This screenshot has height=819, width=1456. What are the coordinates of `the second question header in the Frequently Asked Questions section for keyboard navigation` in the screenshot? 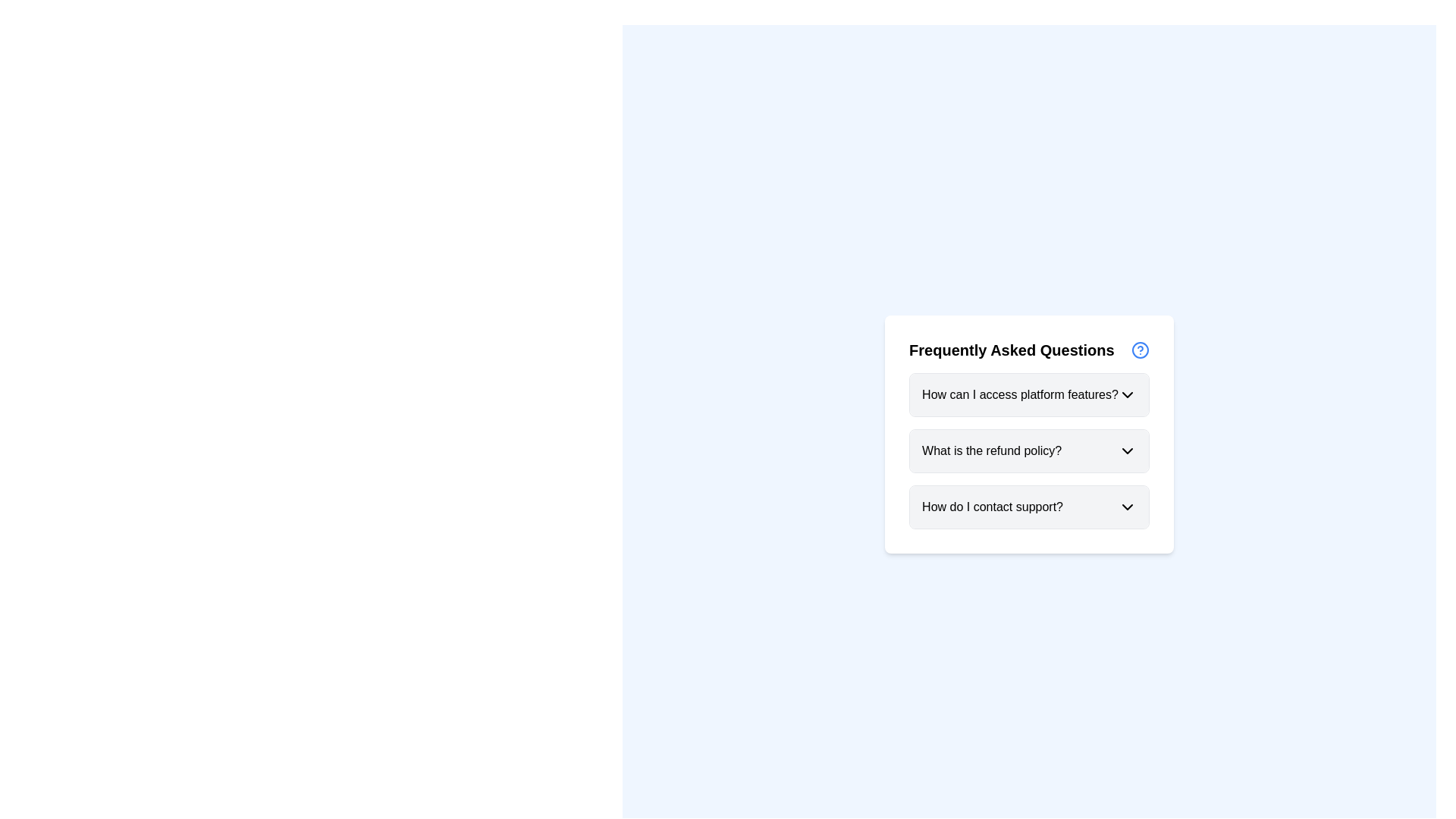 It's located at (1029, 450).